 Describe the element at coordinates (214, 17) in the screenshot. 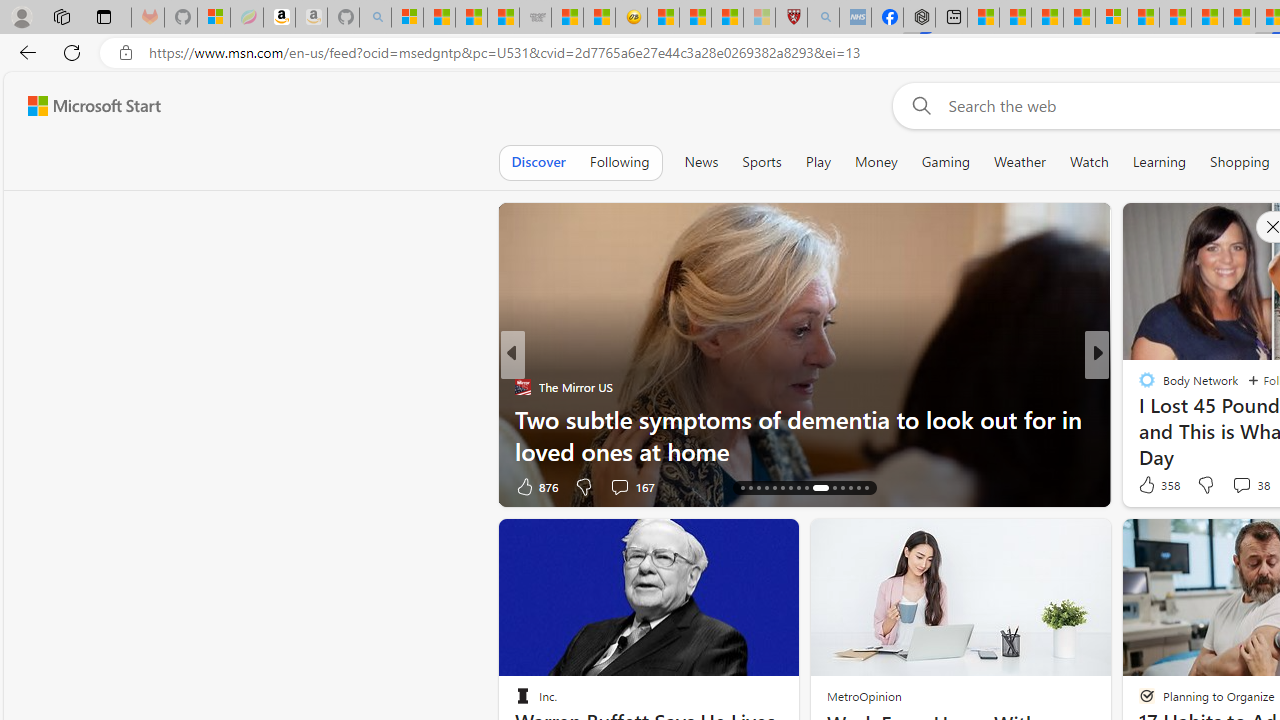

I see `'Microsoft-Report a Concern to Bing'` at that location.